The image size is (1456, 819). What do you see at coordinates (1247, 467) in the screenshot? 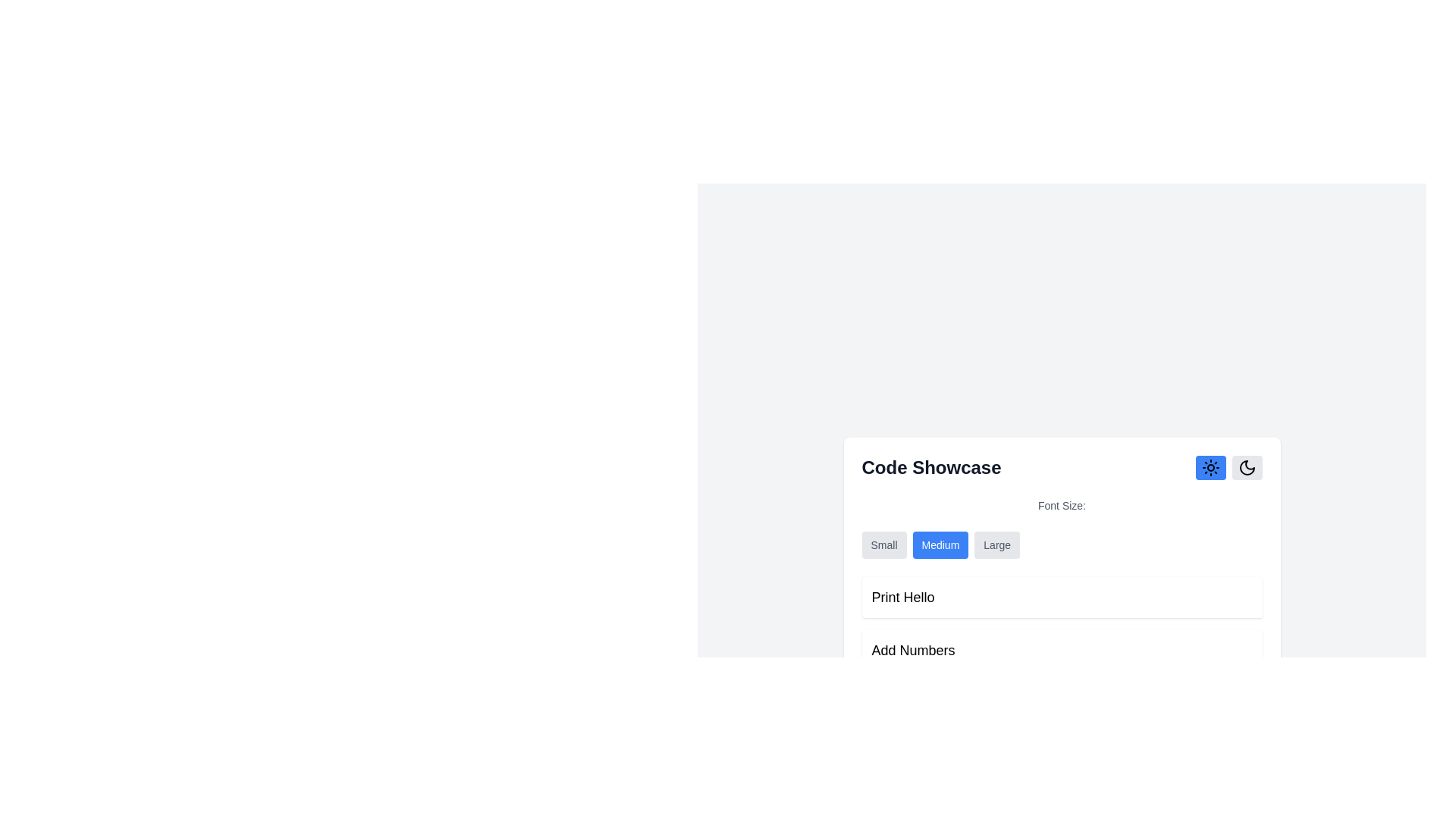
I see `the crescent moon icon located in the top right corner of the 'Code Showcase' panel` at bounding box center [1247, 467].